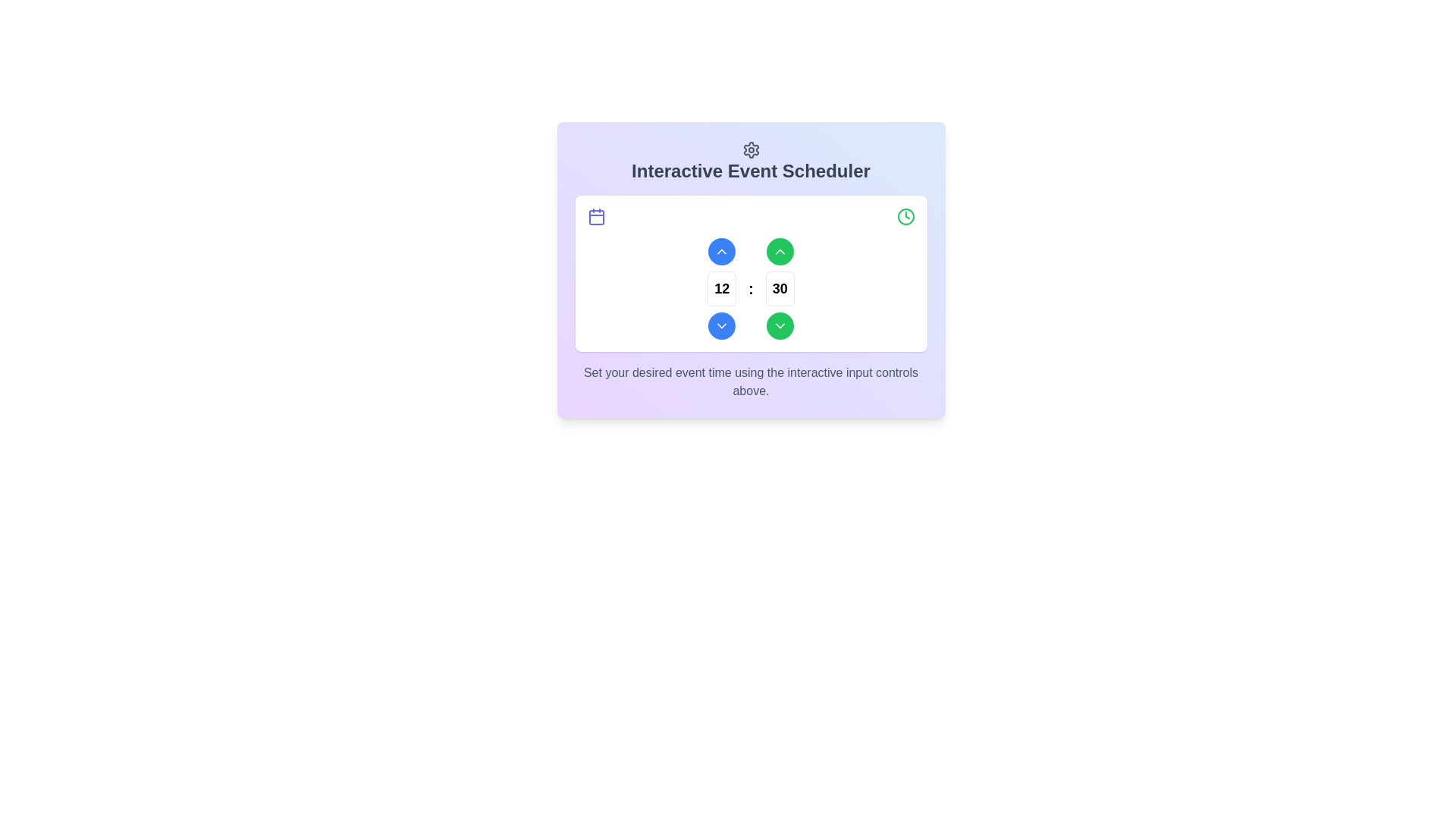 This screenshot has height=819, width=1456. I want to click on the numeric label displaying minutes in the time selector located to the right of the ':' character and adjacent to the number '12', so click(780, 288).